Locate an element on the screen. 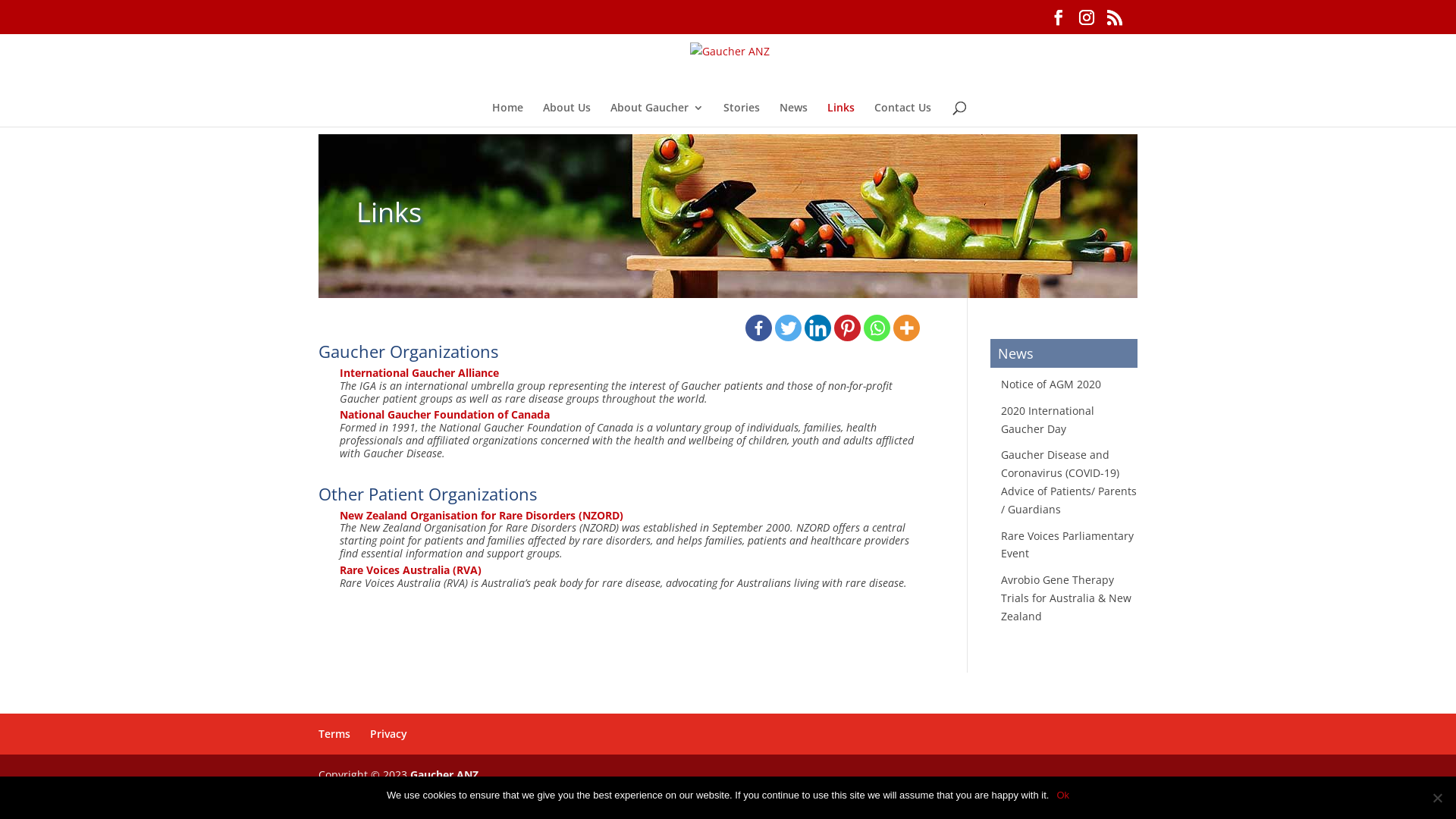 The image size is (1456, 819). 'News' is located at coordinates (792, 113).